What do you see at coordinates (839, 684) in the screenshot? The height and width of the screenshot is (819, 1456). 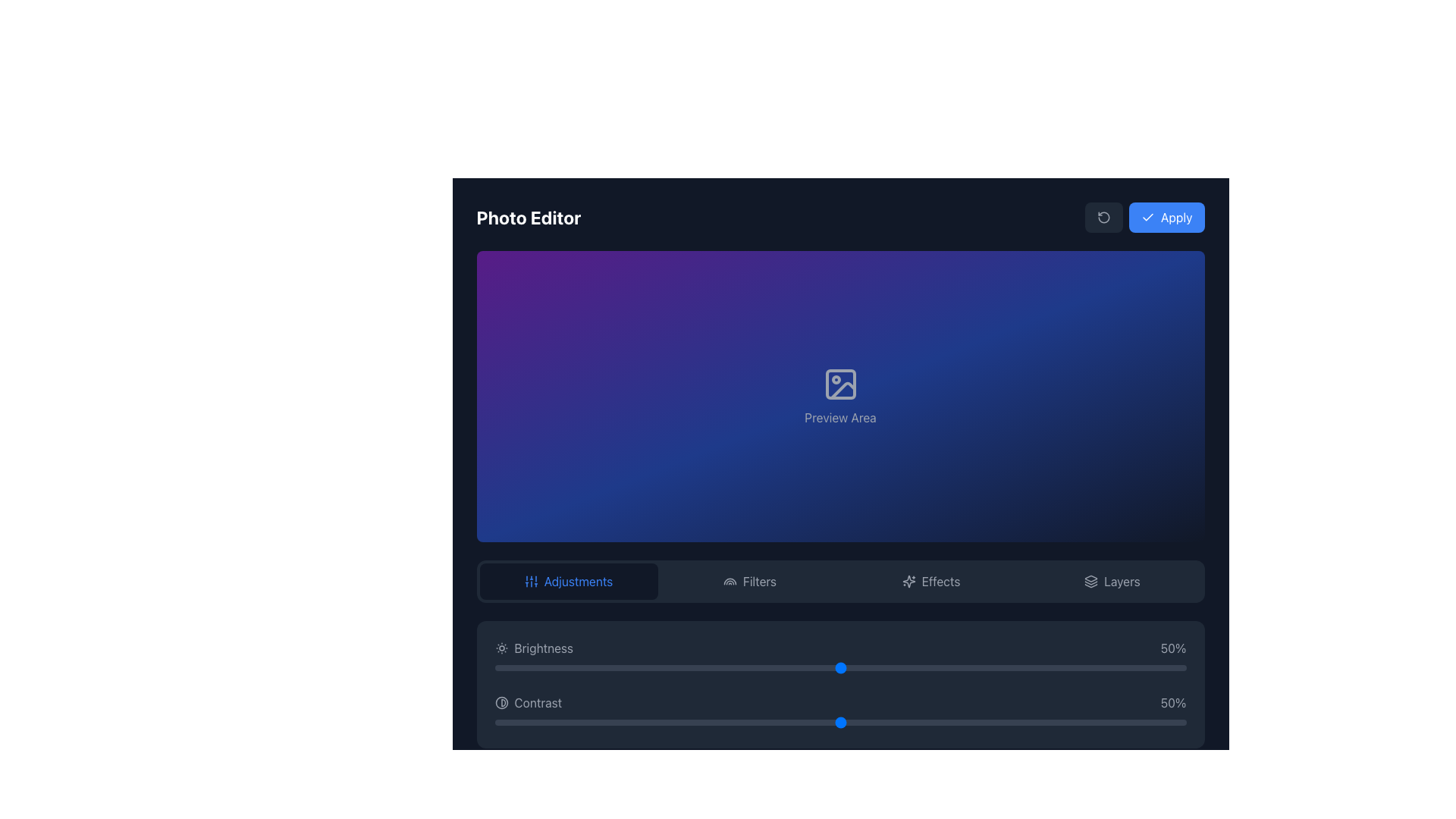 I see `the brightness and contrast sliders in the Control panel located below the toolbar for adjustments` at bounding box center [839, 684].